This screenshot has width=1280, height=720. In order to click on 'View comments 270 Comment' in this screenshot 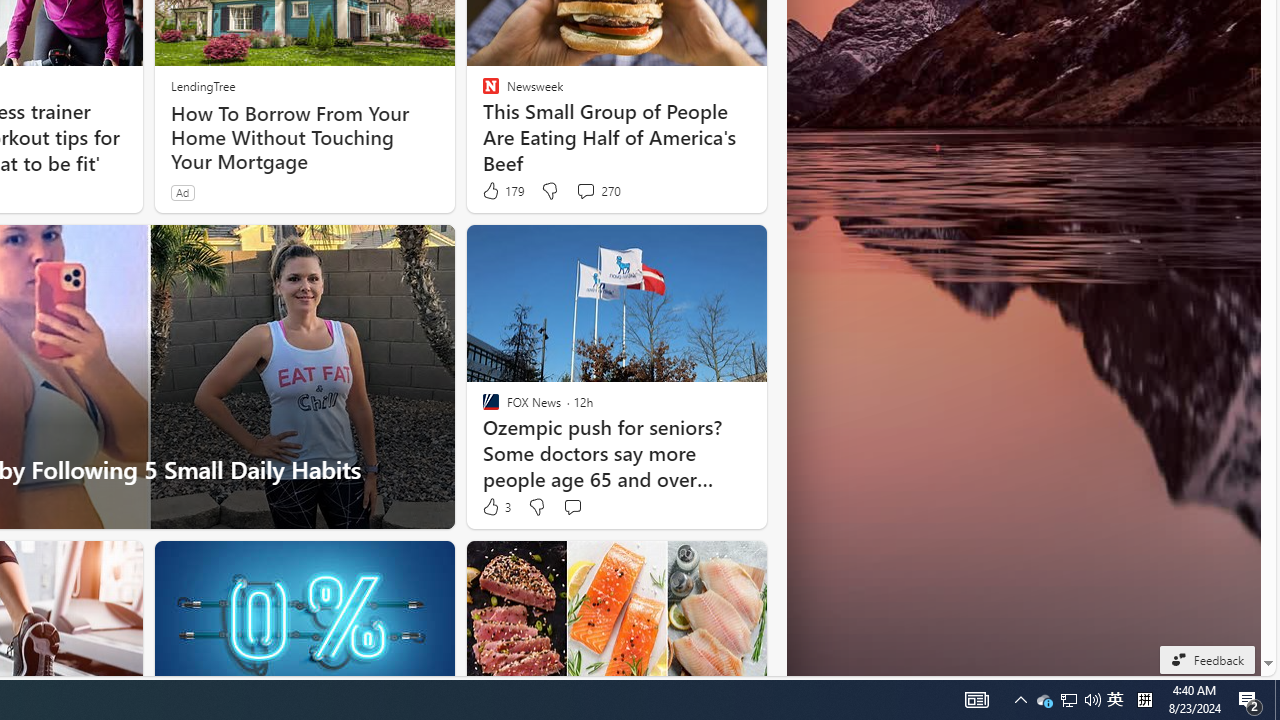, I will do `click(584, 190)`.